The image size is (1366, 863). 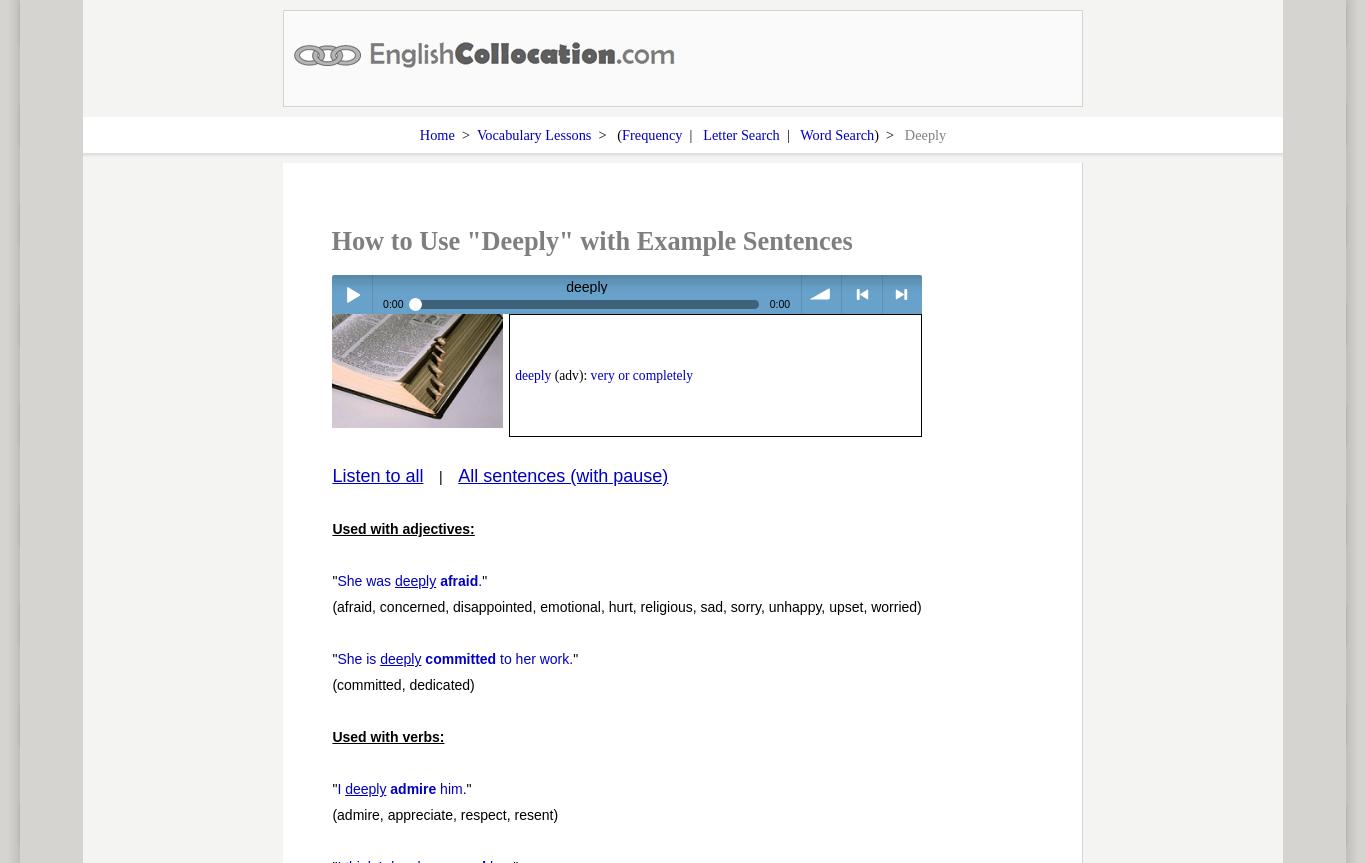 I want to click on 'Word Search', so click(x=835, y=133).